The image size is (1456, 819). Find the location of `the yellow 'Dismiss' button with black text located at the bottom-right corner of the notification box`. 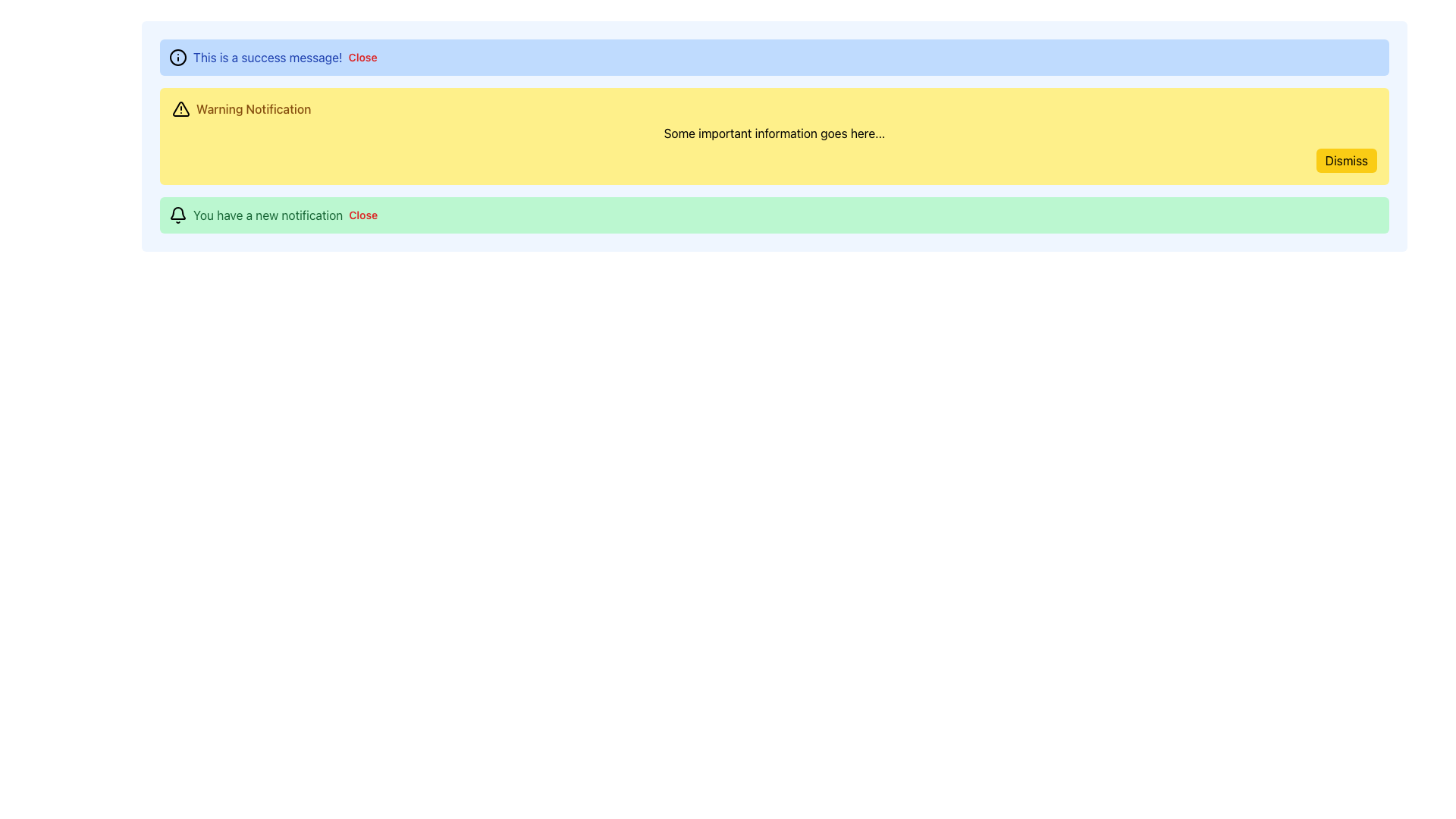

the yellow 'Dismiss' button with black text located at the bottom-right corner of the notification box is located at coordinates (1346, 161).